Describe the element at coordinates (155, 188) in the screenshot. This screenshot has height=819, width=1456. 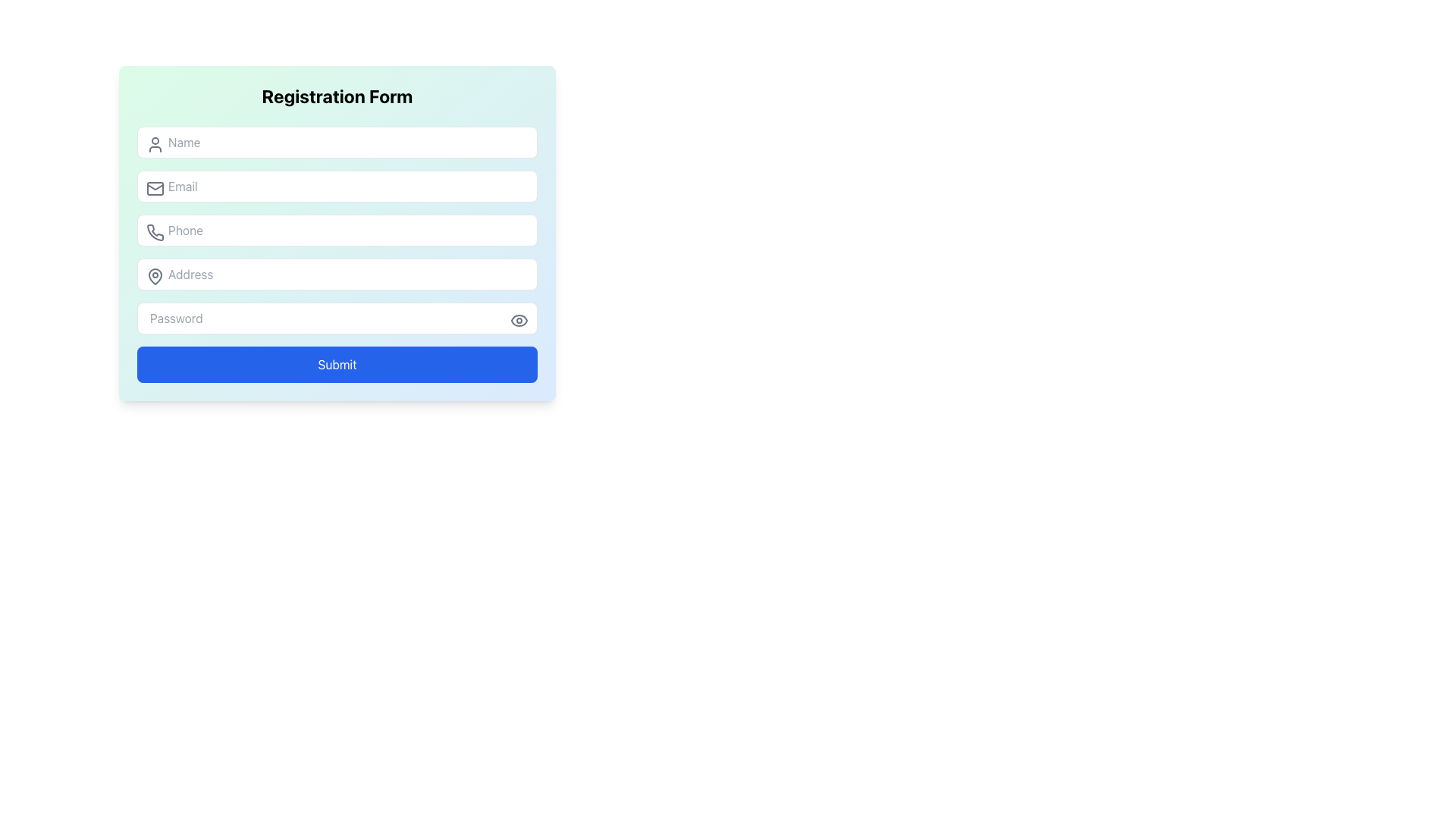
I see `the upper rectangular base of the envelope graphic that indicates the email input field` at that location.